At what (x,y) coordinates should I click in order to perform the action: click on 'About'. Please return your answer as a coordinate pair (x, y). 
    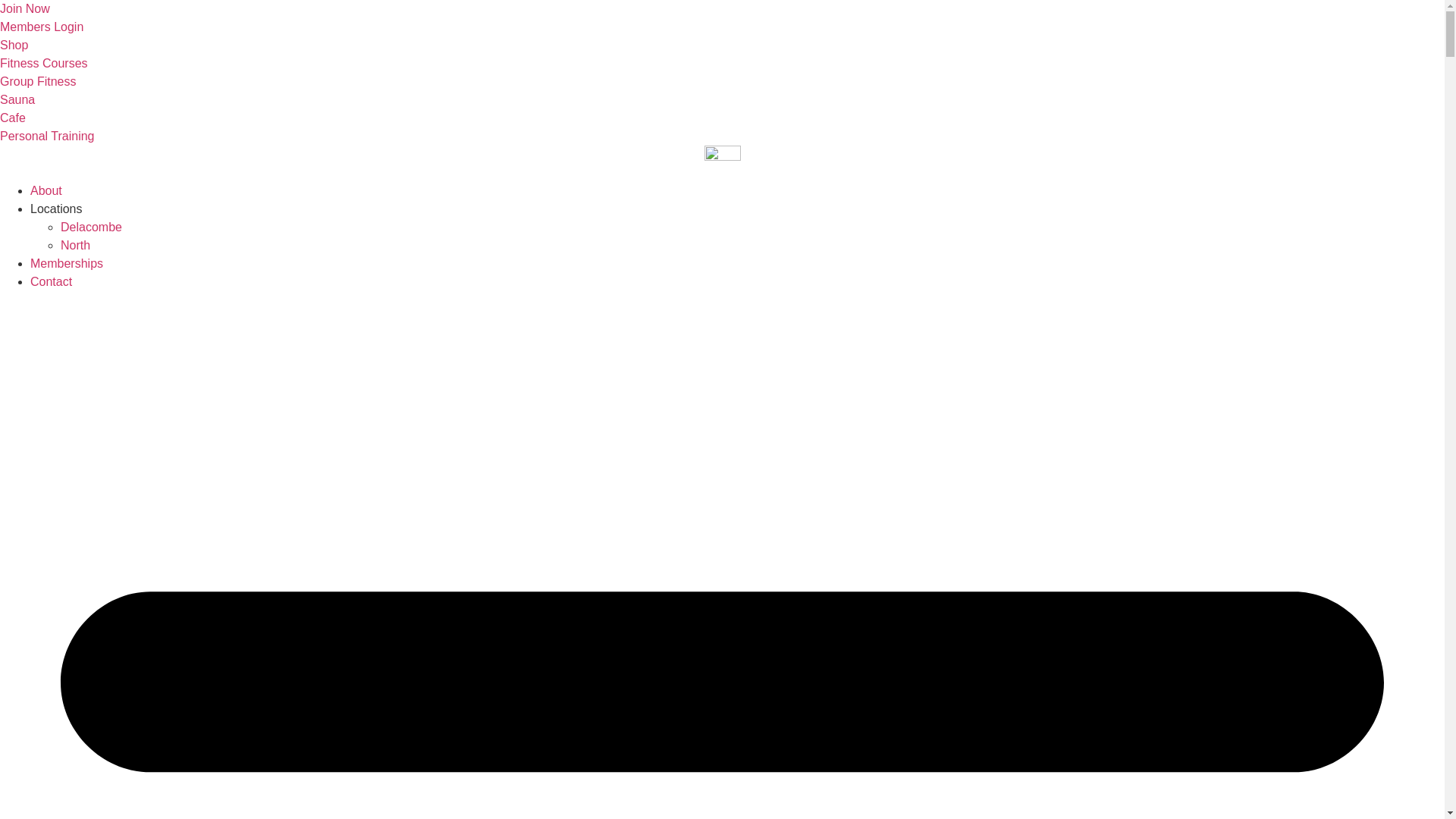
    Looking at the image, I should click on (46, 190).